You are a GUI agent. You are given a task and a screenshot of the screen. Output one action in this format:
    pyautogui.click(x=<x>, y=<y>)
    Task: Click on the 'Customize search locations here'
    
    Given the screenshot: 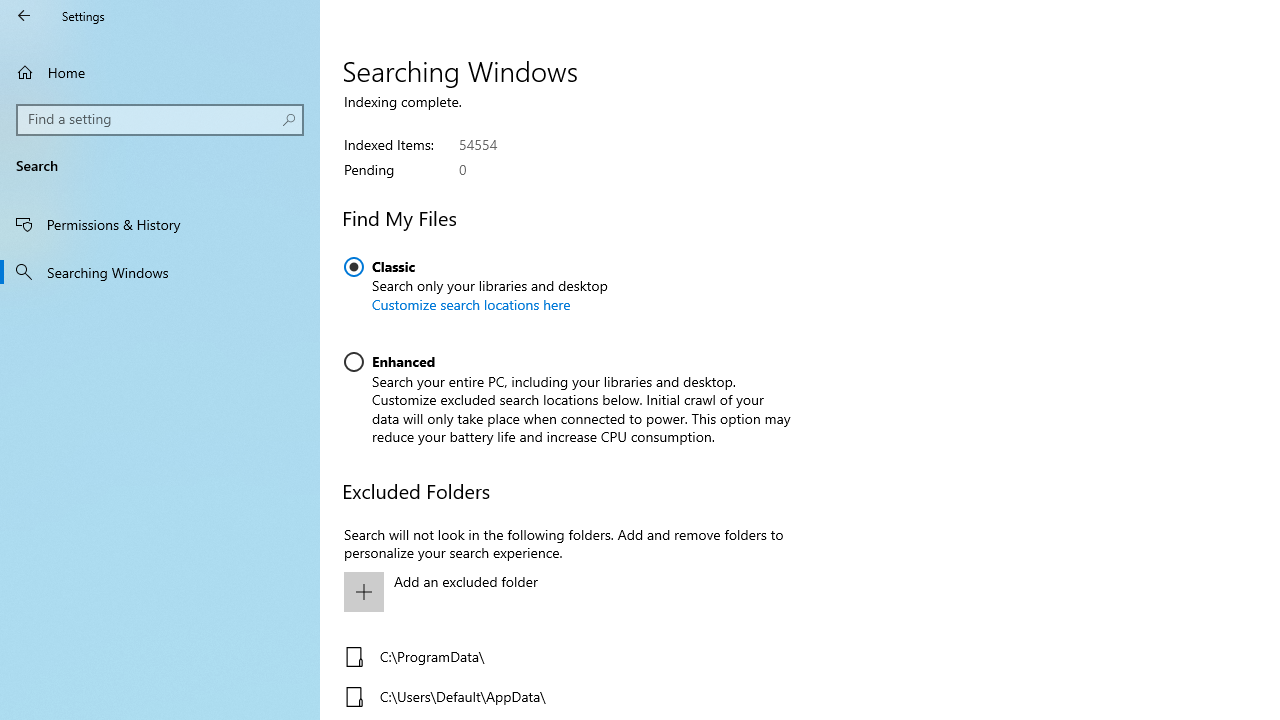 What is the action you would take?
    pyautogui.click(x=470, y=304)
    